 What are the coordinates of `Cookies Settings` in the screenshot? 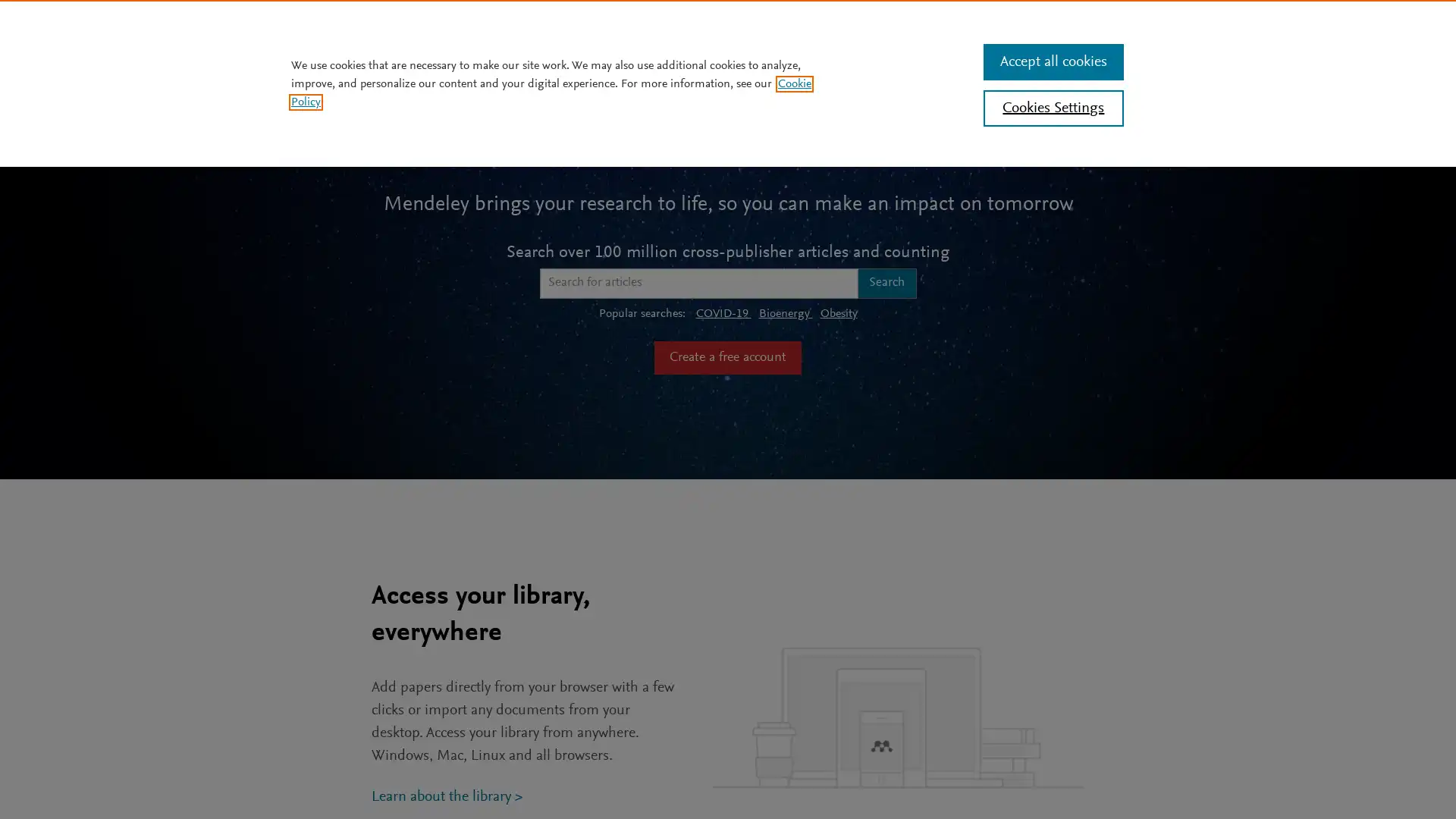 It's located at (1052, 107).